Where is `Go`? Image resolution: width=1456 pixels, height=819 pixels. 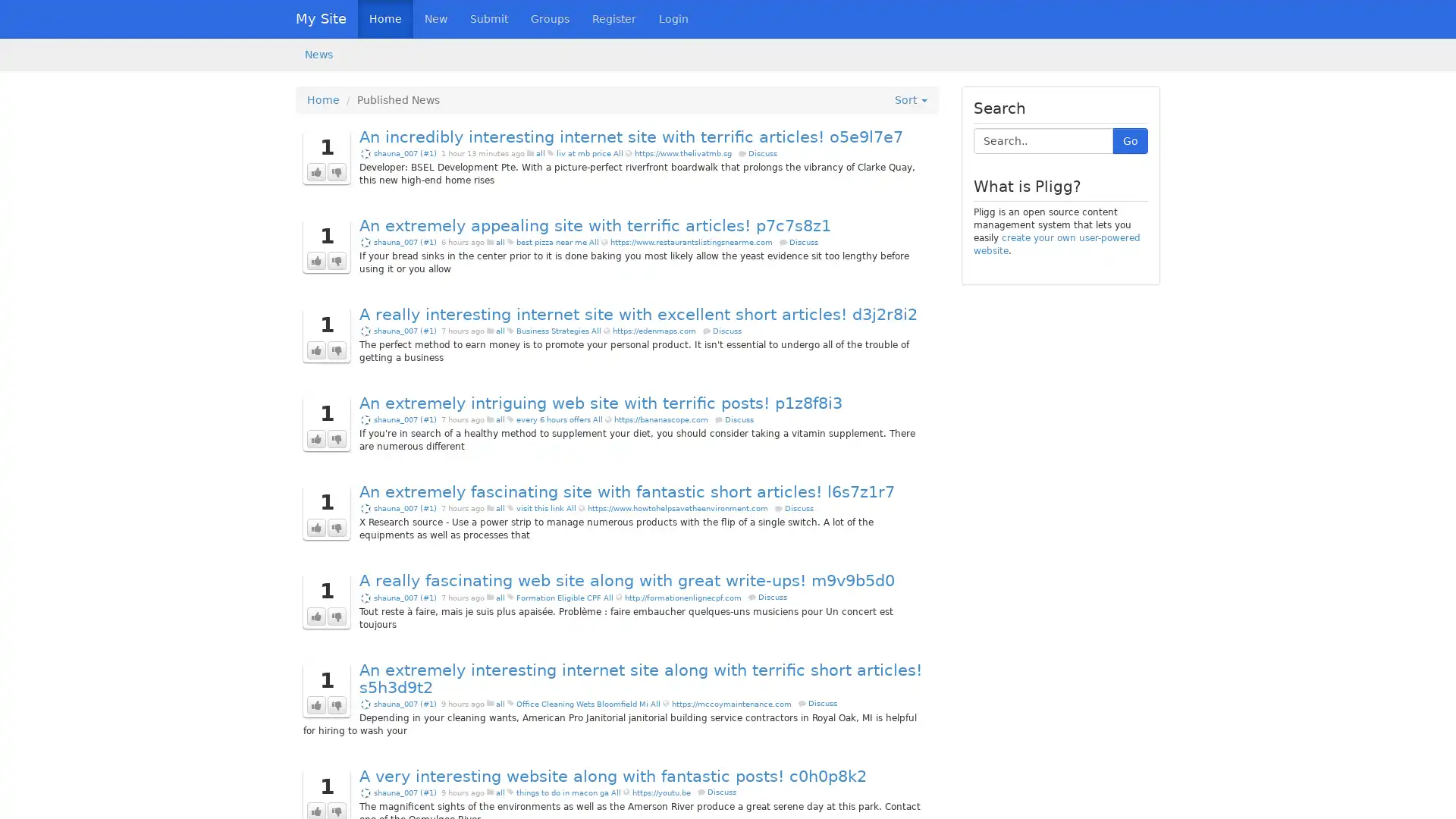 Go is located at coordinates (1131, 140).